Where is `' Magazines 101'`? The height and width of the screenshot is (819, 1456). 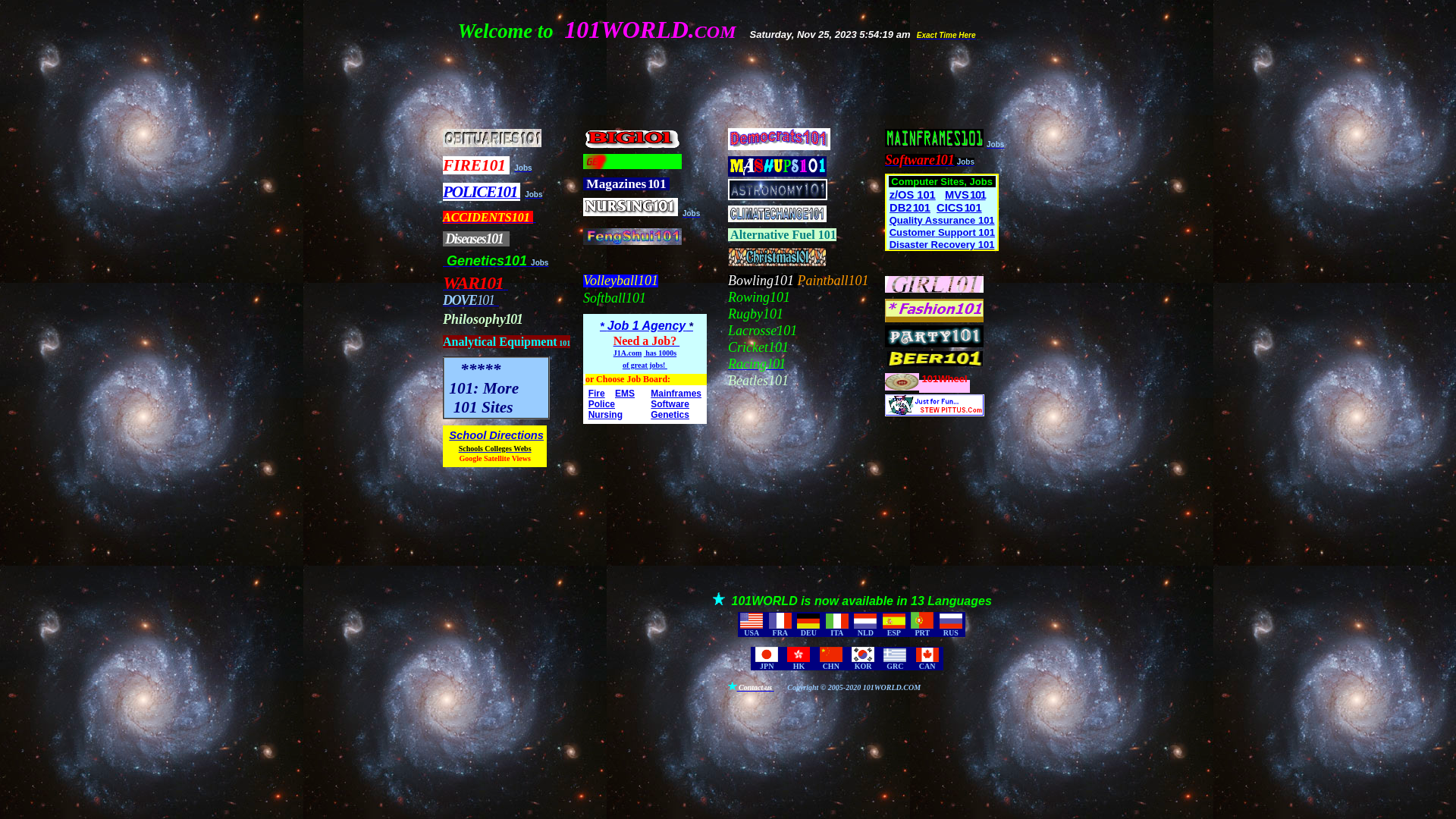
' Magazines 101' is located at coordinates (626, 183).